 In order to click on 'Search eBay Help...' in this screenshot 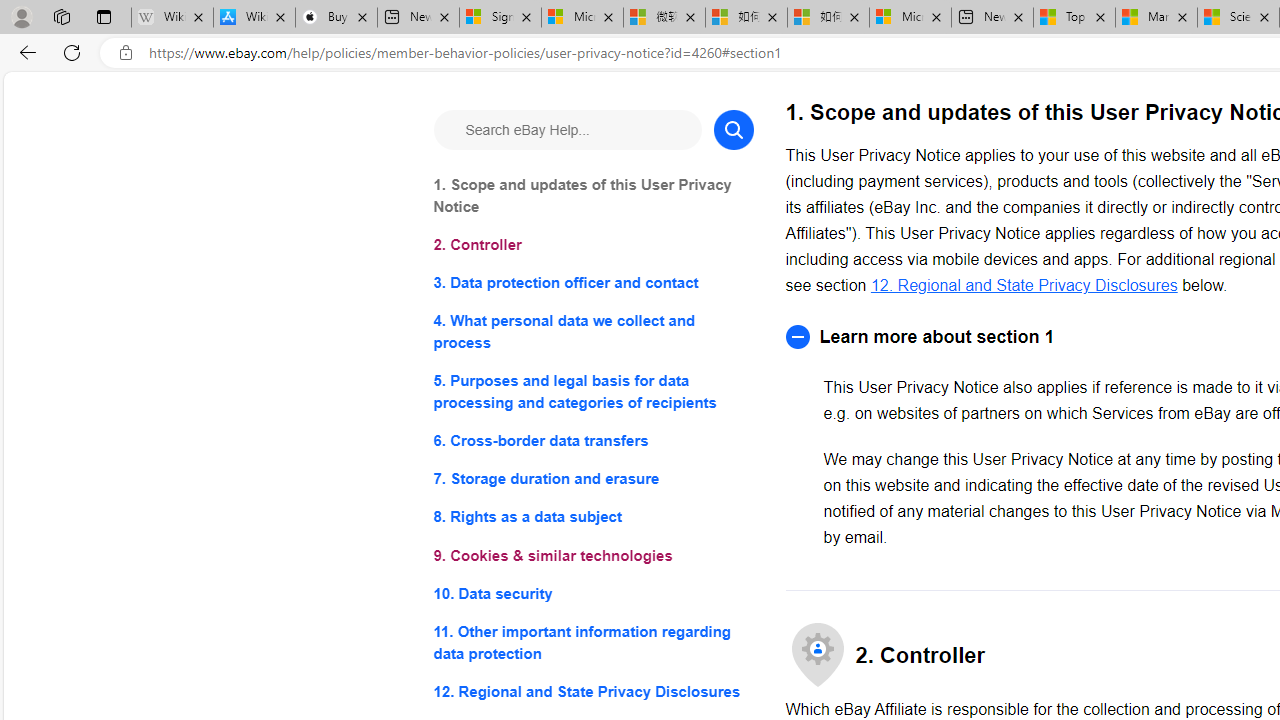, I will do `click(566, 129)`.